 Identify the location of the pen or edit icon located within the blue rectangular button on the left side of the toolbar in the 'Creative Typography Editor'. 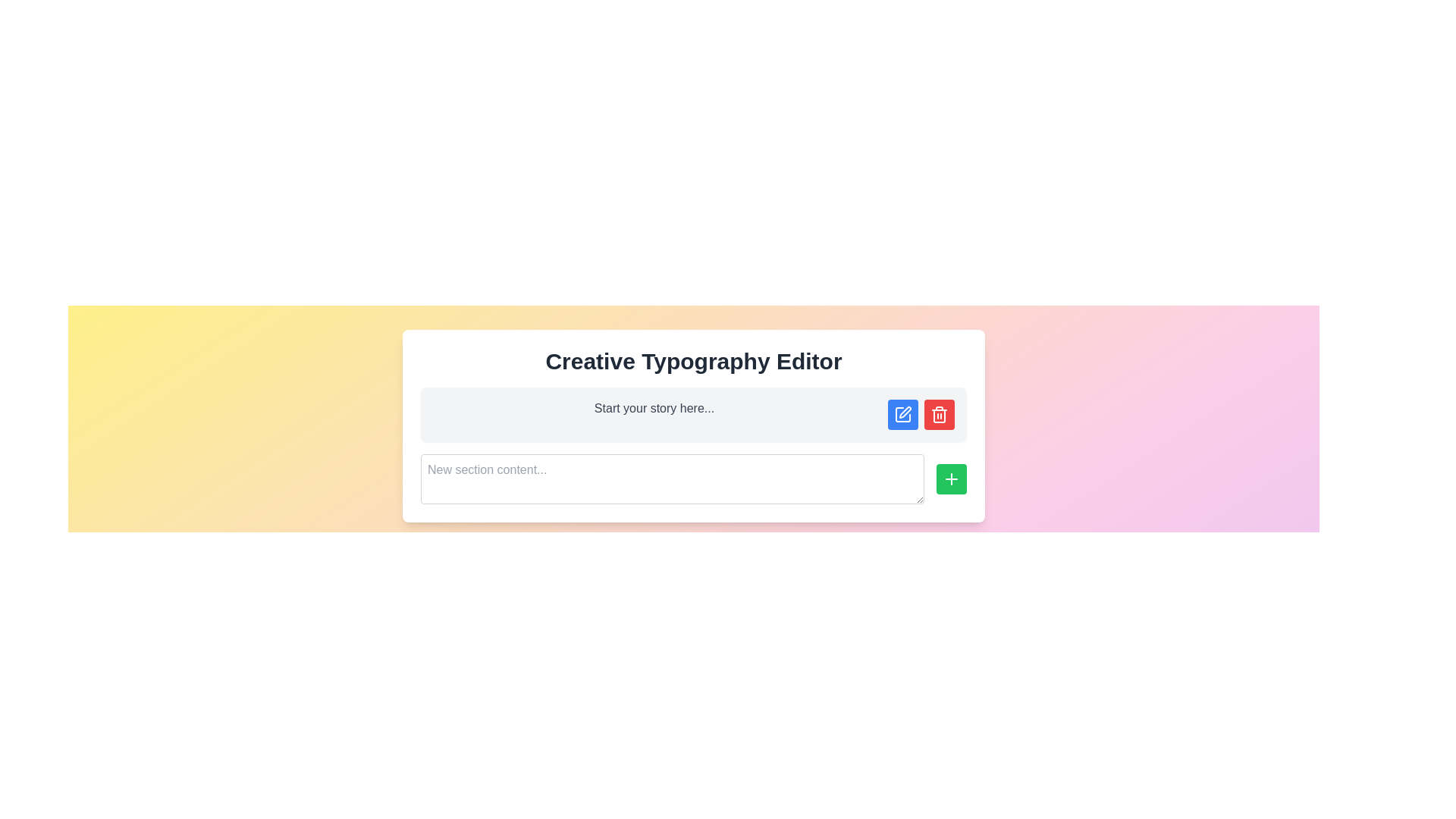
(902, 415).